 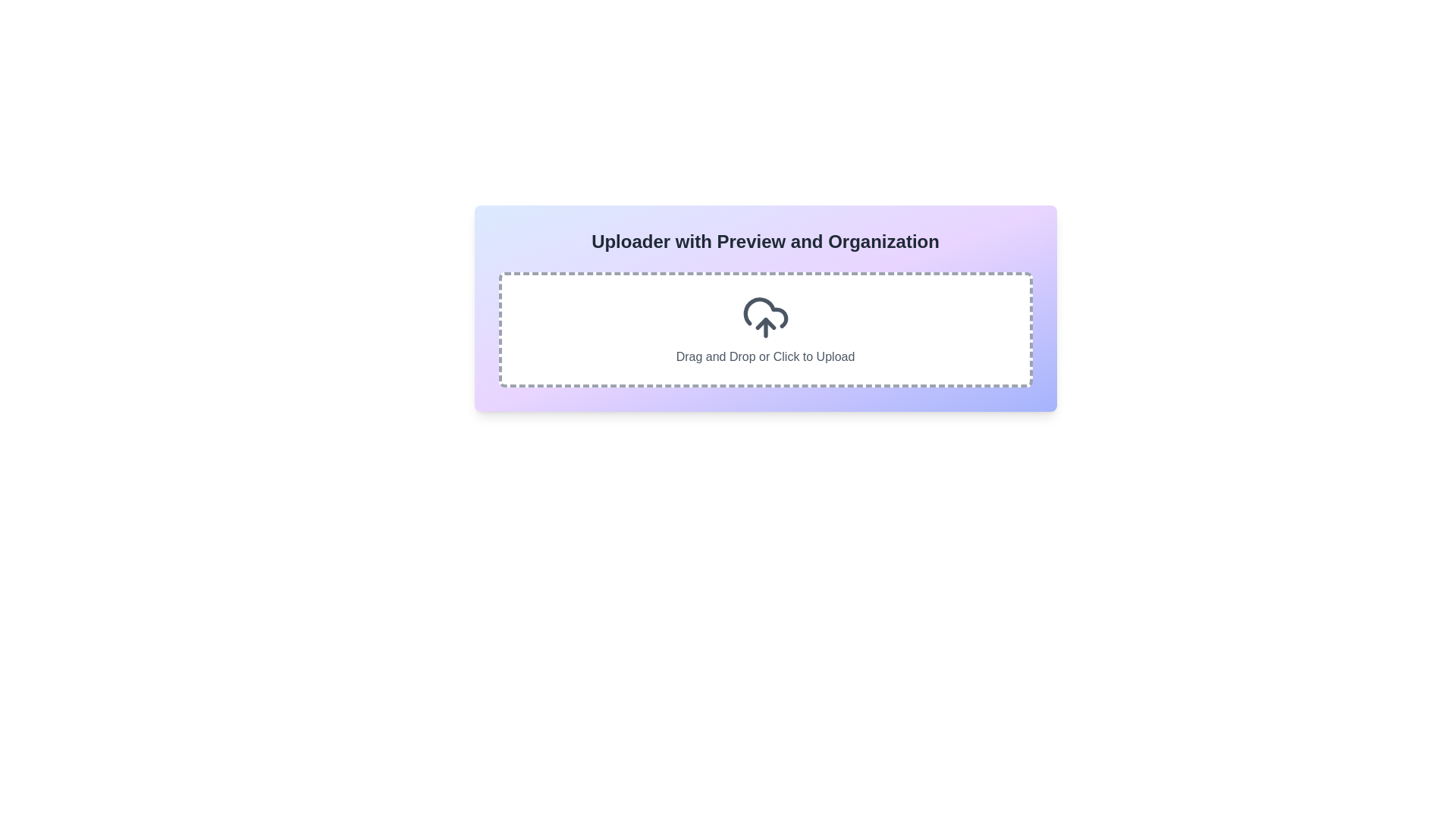 I want to click on the cloud icon representing the upload functionality, which is located centrally within the upload component labeled 'Drag and Drop or Click to Upload', so click(x=765, y=317).